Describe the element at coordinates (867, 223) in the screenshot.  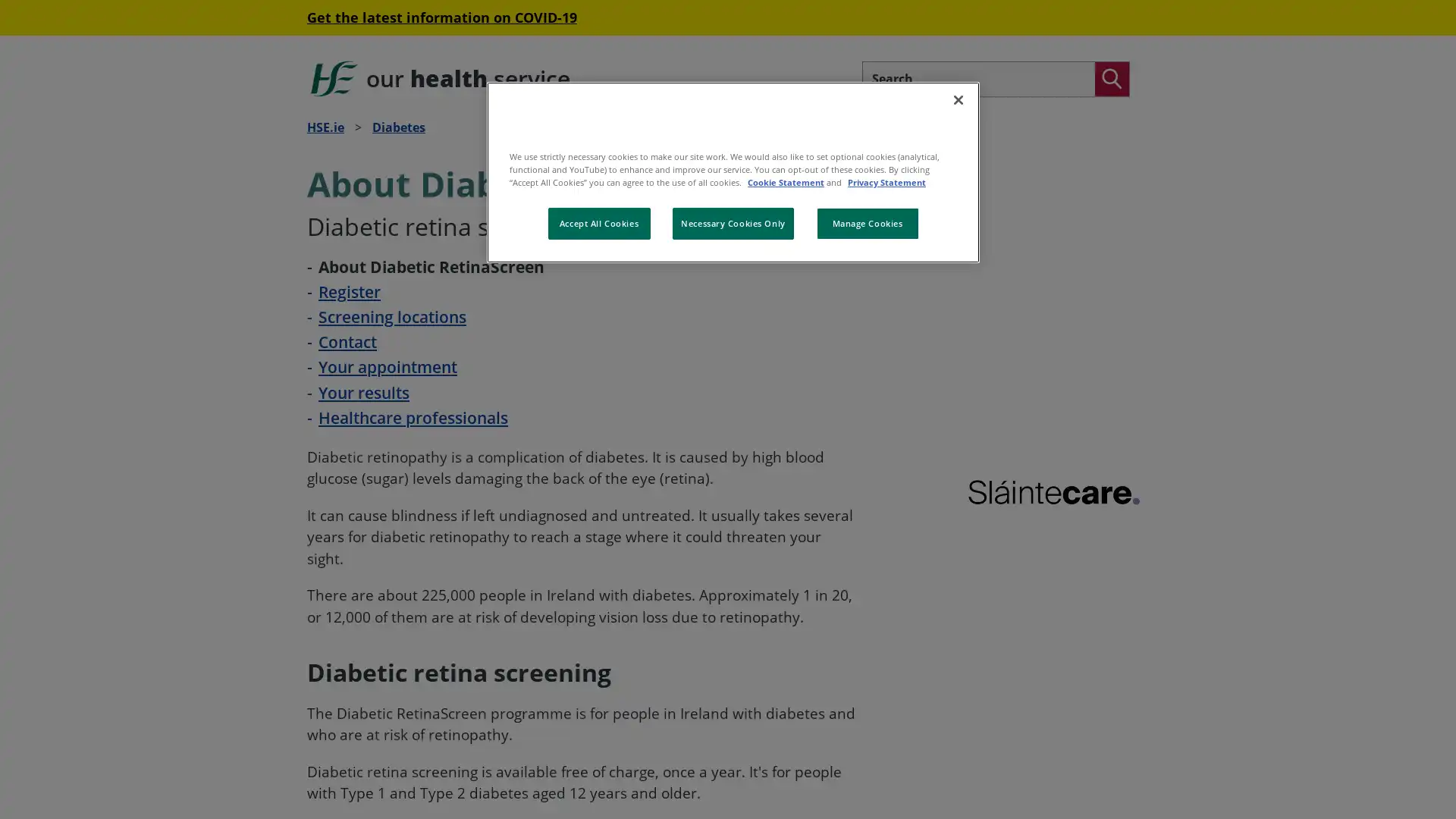
I see `Manage Cookies` at that location.